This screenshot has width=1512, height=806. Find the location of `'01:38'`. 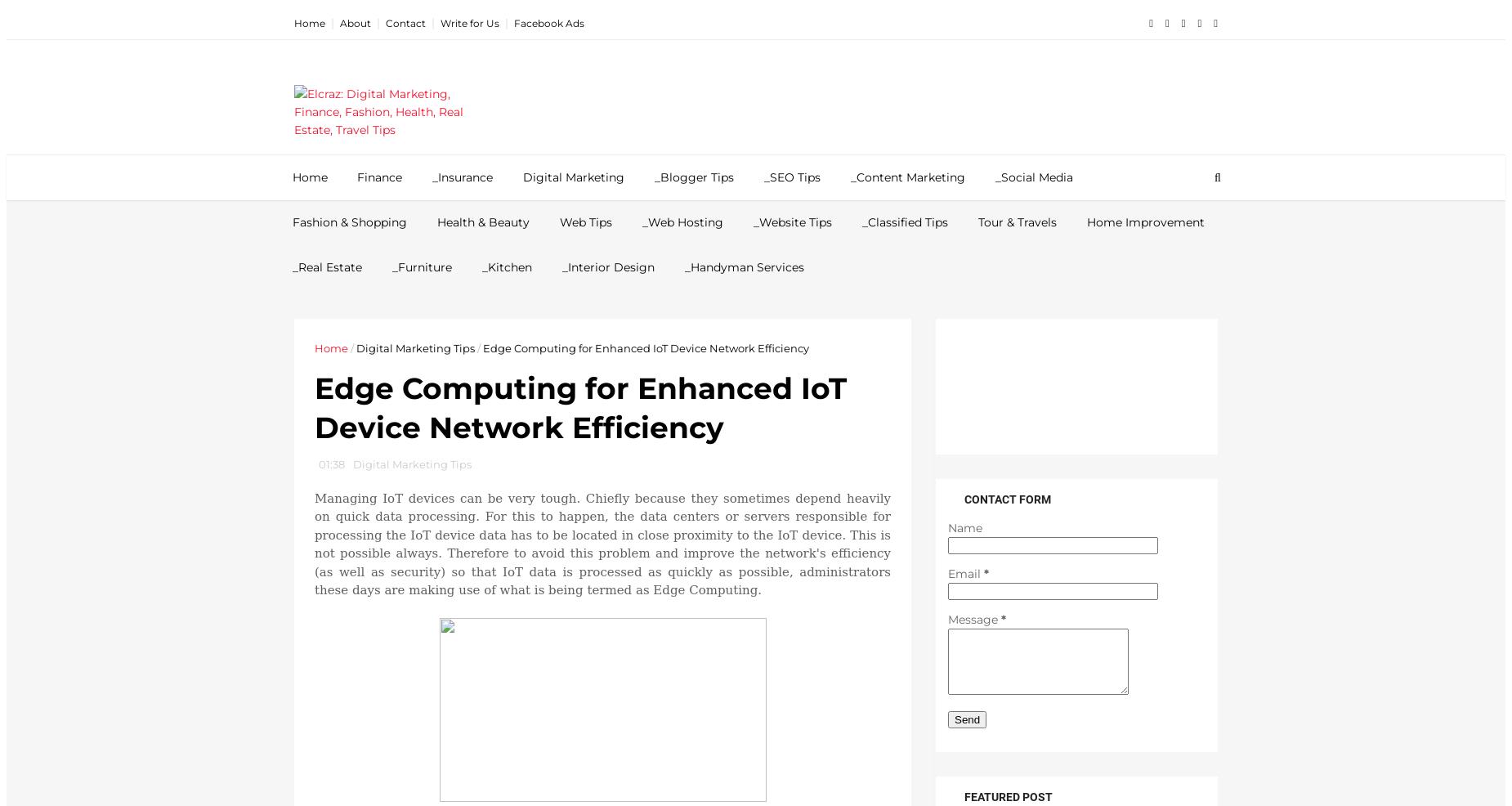

'01:38' is located at coordinates (331, 463).